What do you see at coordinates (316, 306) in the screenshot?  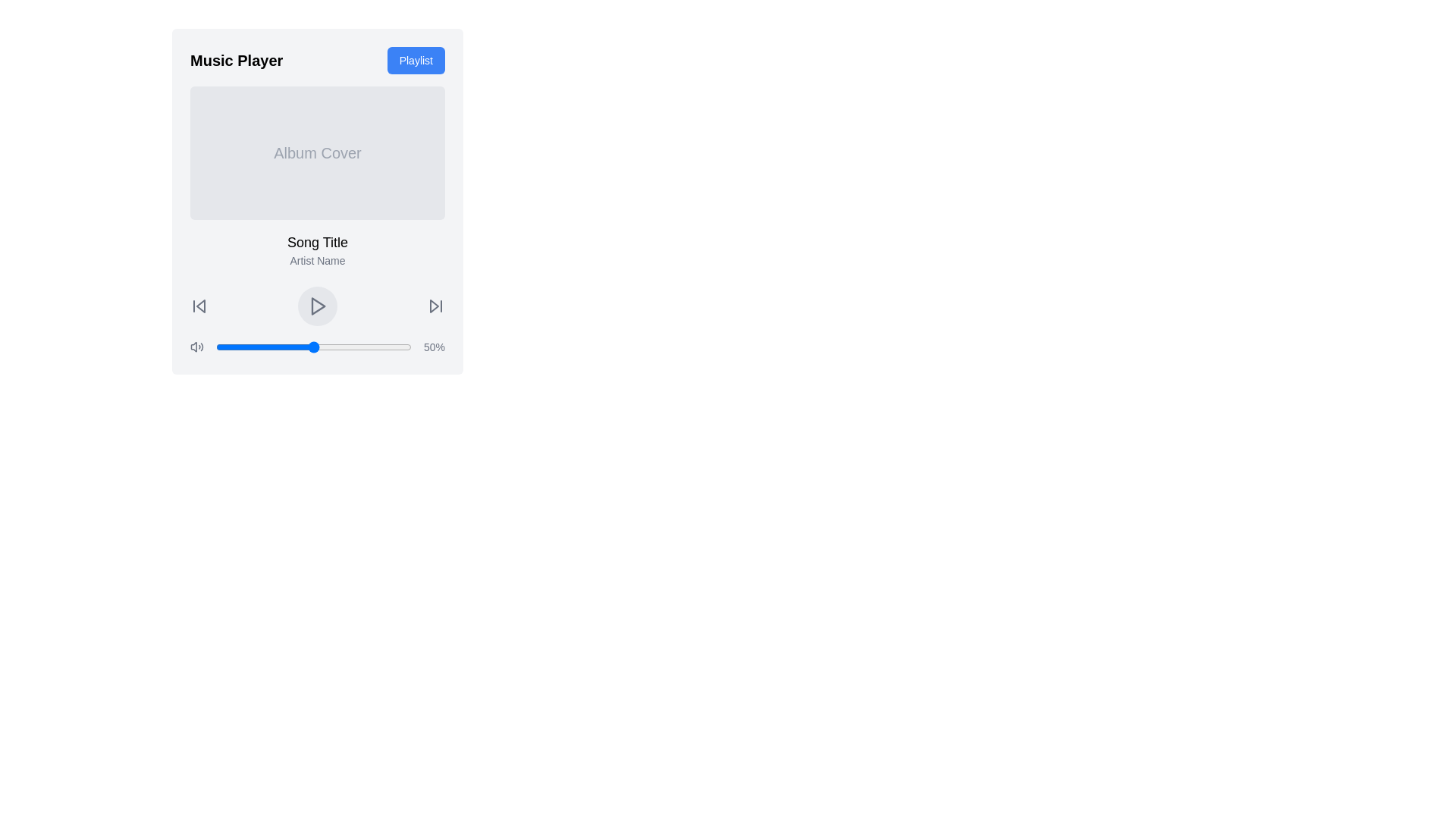 I see `the centrally located play button in the media control section of the music player interface` at bounding box center [316, 306].